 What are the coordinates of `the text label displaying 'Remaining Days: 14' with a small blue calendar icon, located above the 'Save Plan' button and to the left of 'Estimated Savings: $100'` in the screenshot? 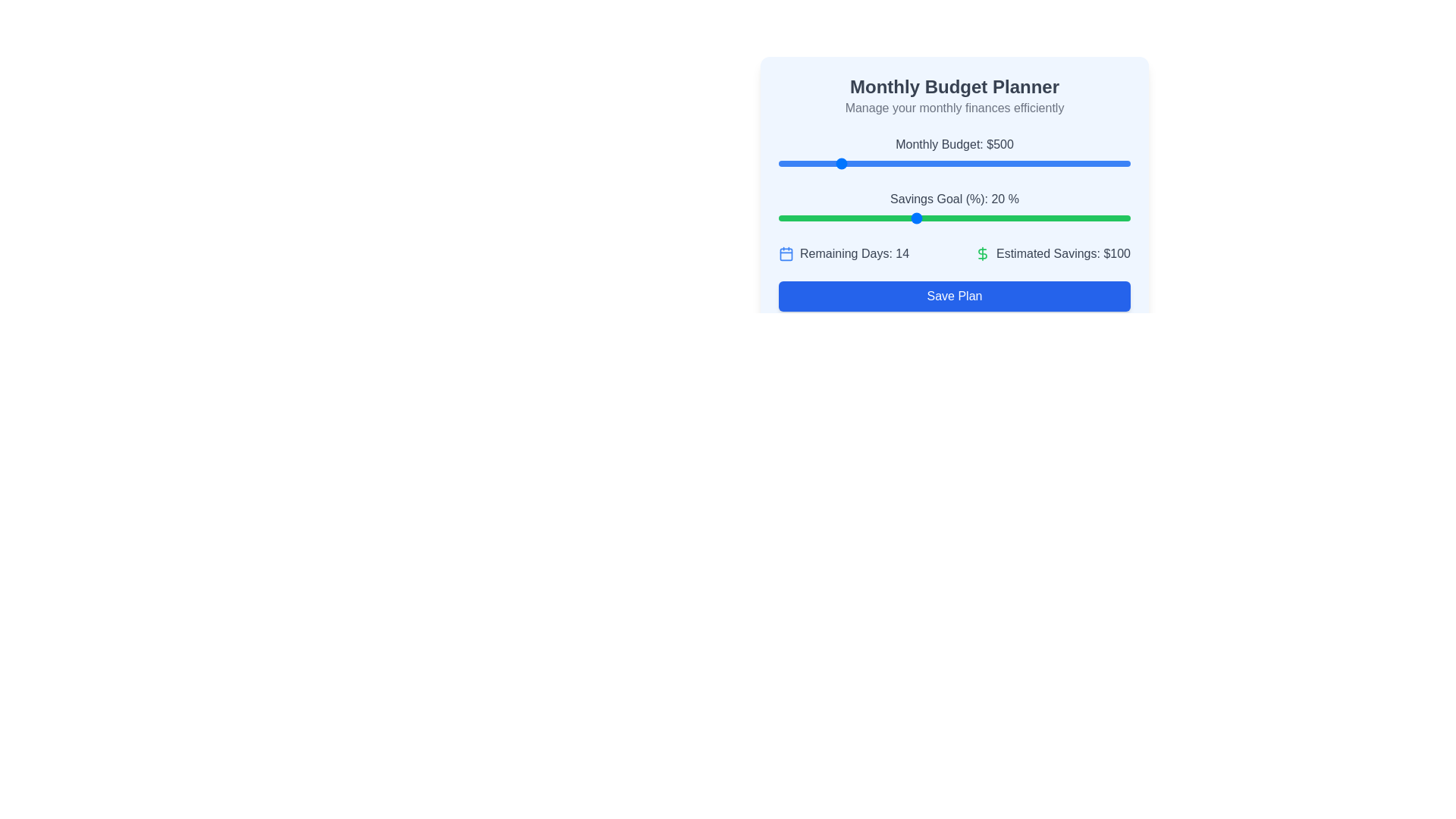 It's located at (843, 253).